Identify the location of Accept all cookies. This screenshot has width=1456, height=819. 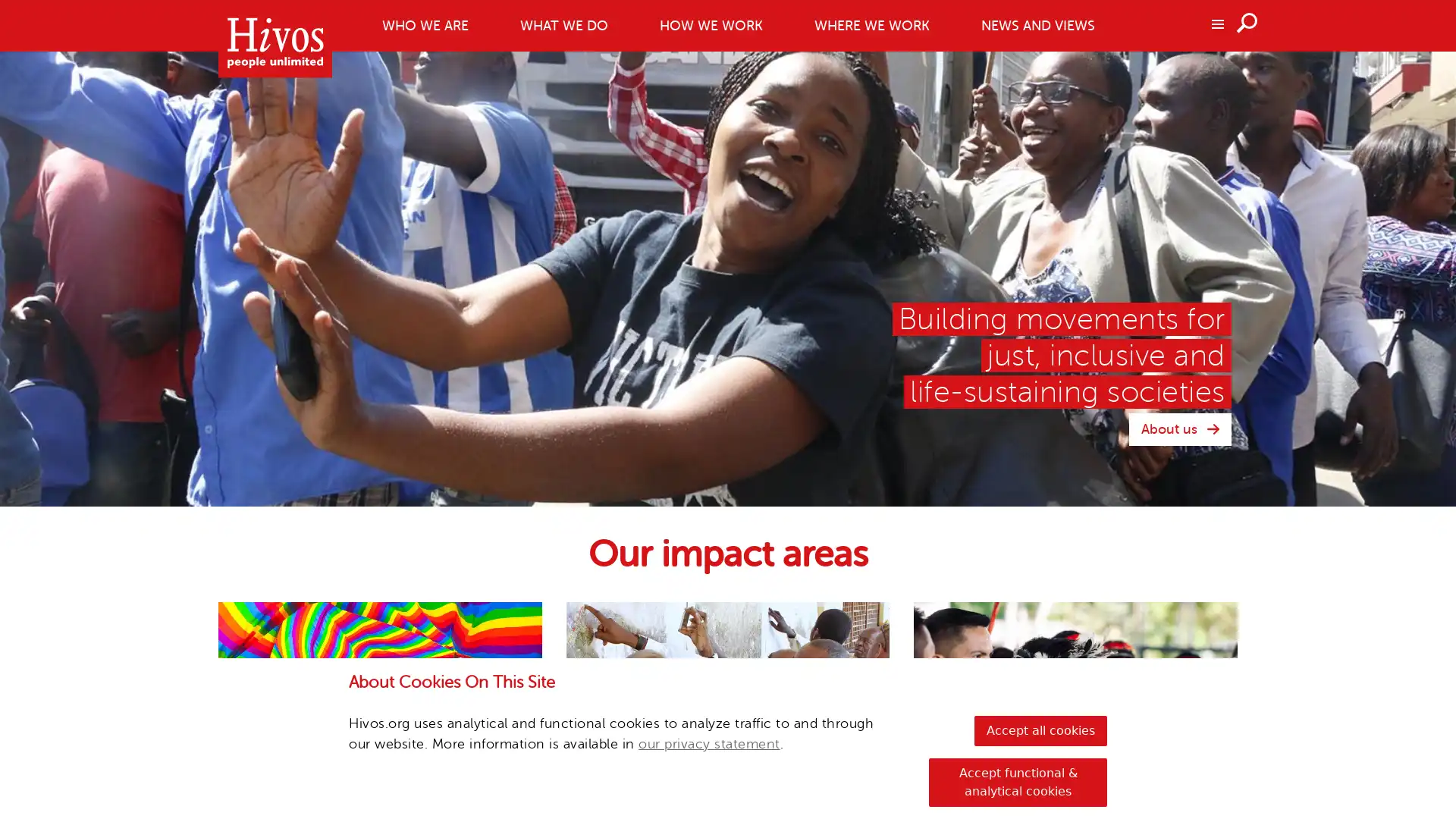
(1040, 730).